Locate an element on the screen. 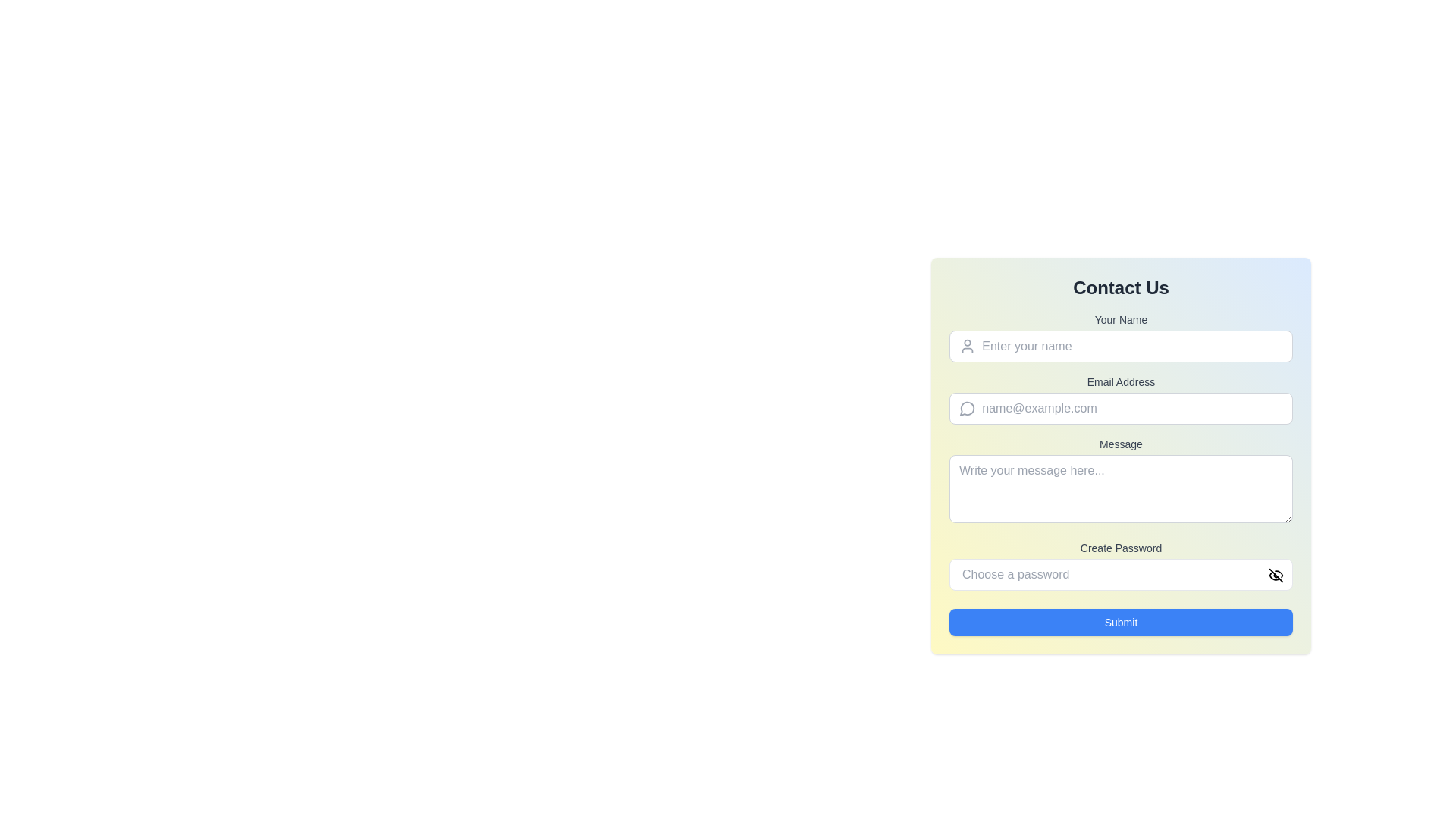 This screenshot has width=1456, height=819. the eye icon button located at the top-right corner of the 'Choose a password' input field in the 'Create Password' section is located at coordinates (1276, 576).